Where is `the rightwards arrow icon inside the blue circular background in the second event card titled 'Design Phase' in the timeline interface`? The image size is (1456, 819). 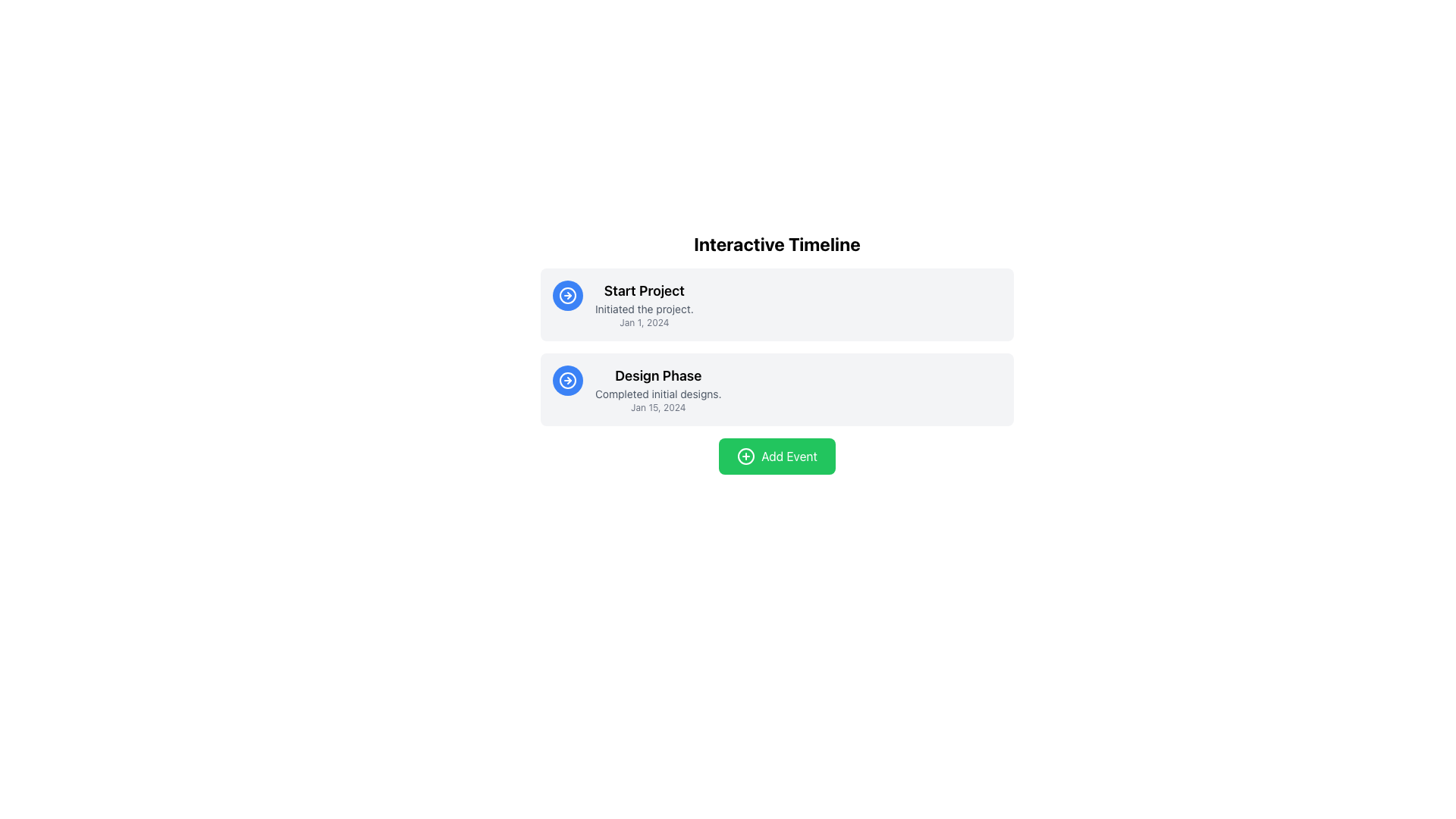
the rightwards arrow icon inside the blue circular background in the second event card titled 'Design Phase' in the timeline interface is located at coordinates (566, 295).